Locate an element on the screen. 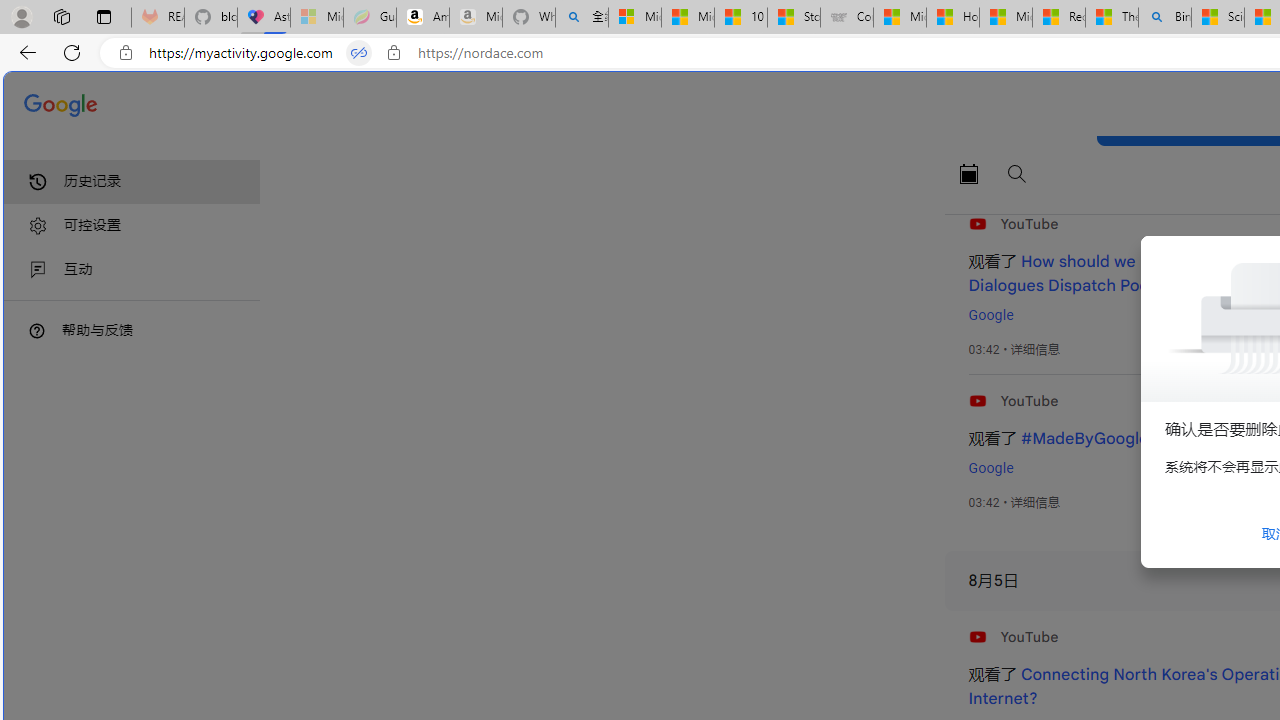 The width and height of the screenshot is (1280, 720). 'Recipes - MSN' is located at coordinates (1058, 17).